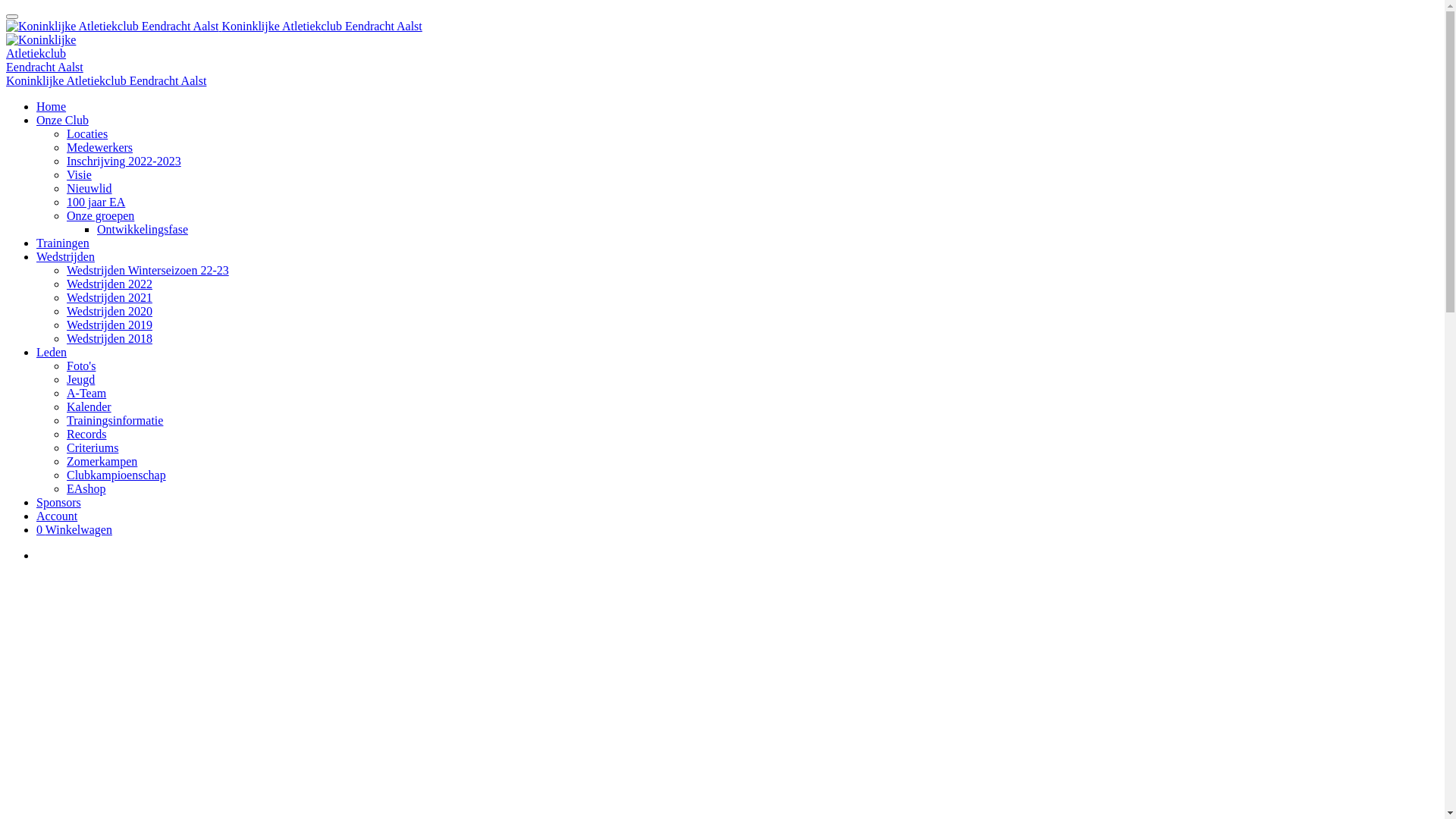  Describe the element at coordinates (111, 26) in the screenshot. I see `'Koninklijke Atletiekclub Eendracht Aalst'` at that location.